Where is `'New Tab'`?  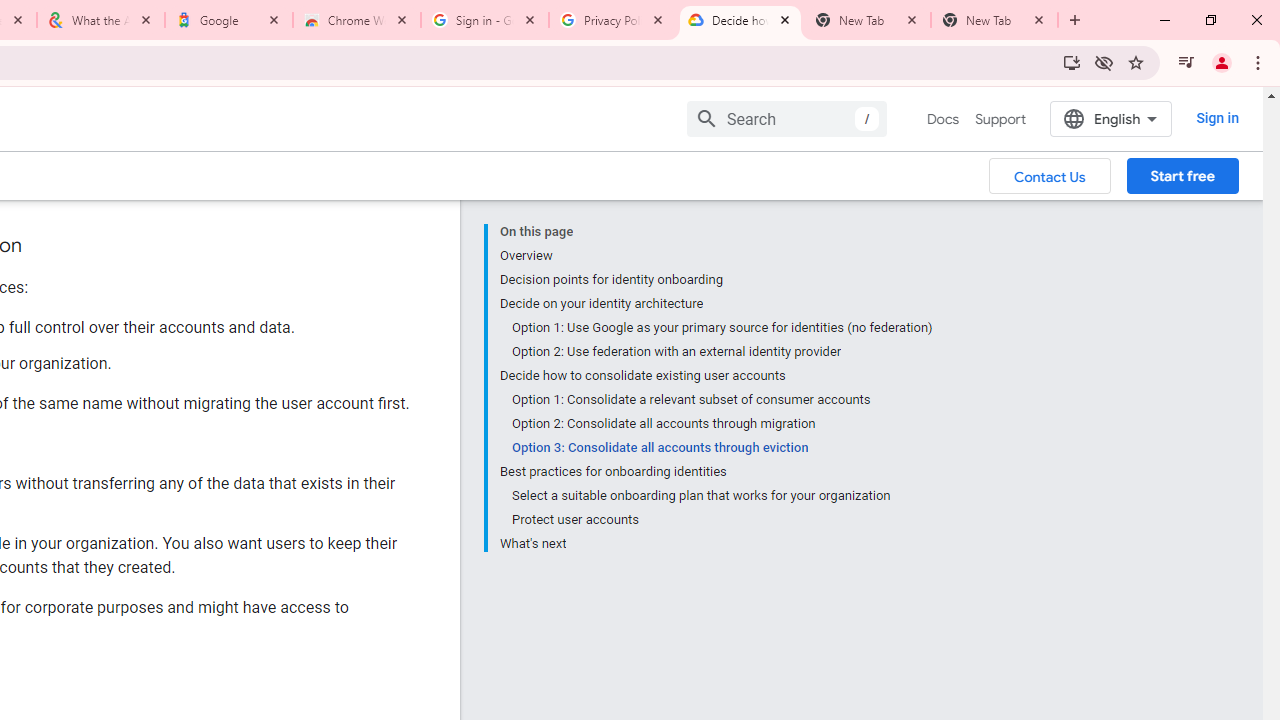
'New Tab' is located at coordinates (994, 20).